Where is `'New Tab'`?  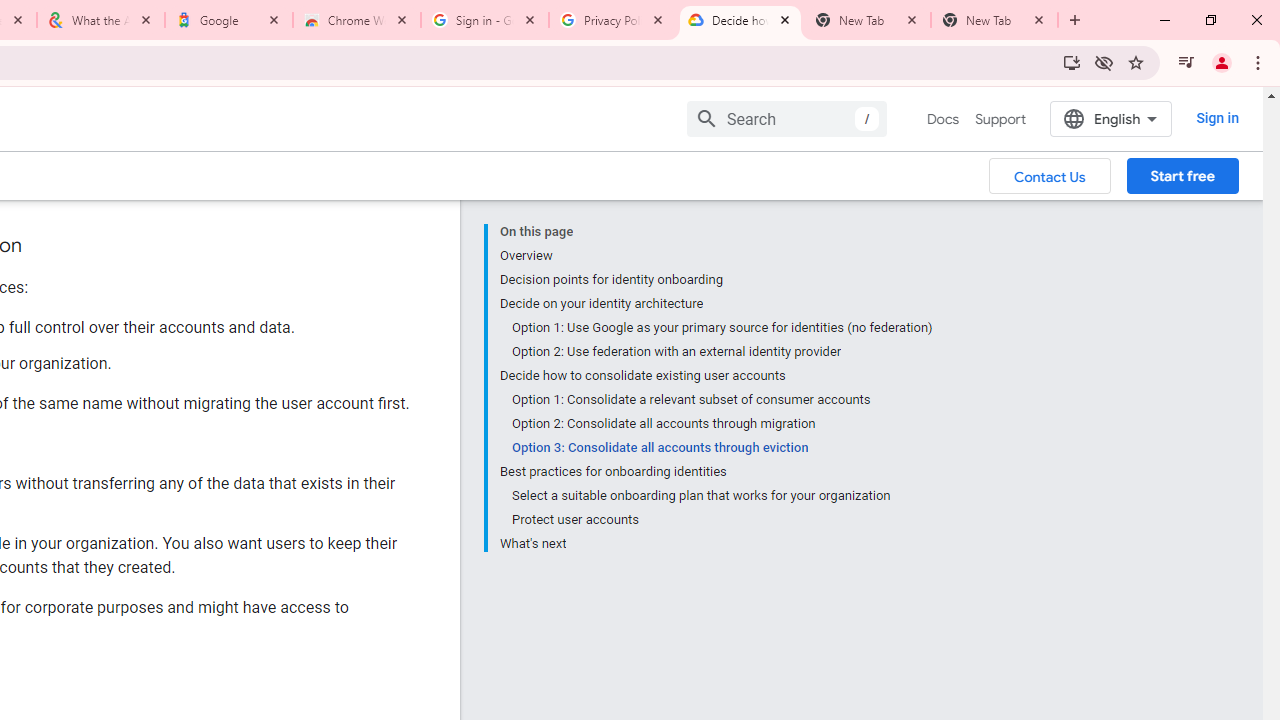
'New Tab' is located at coordinates (994, 20).